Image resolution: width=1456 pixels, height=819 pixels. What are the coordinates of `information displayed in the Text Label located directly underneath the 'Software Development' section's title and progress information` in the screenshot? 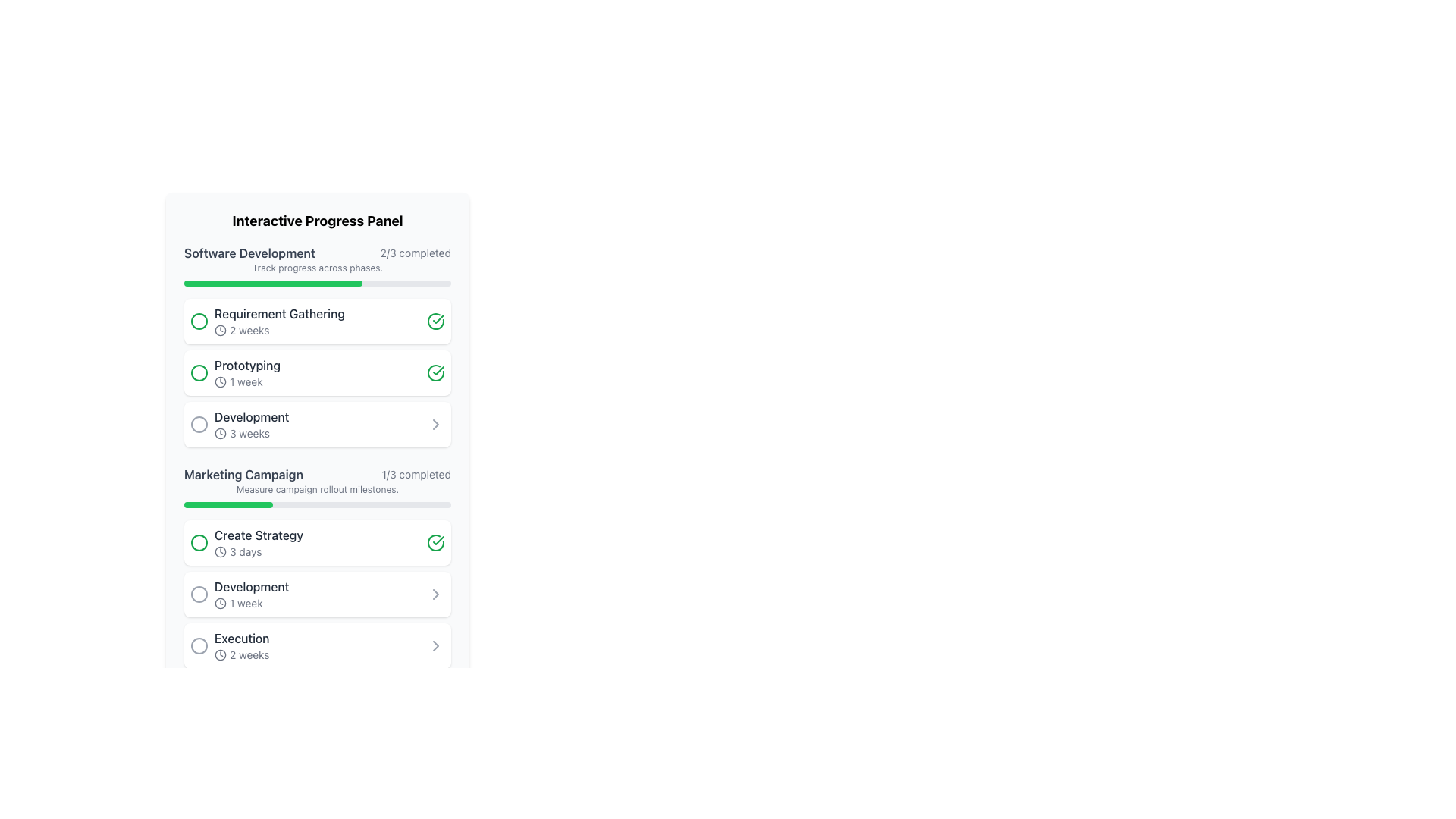 It's located at (316, 268).